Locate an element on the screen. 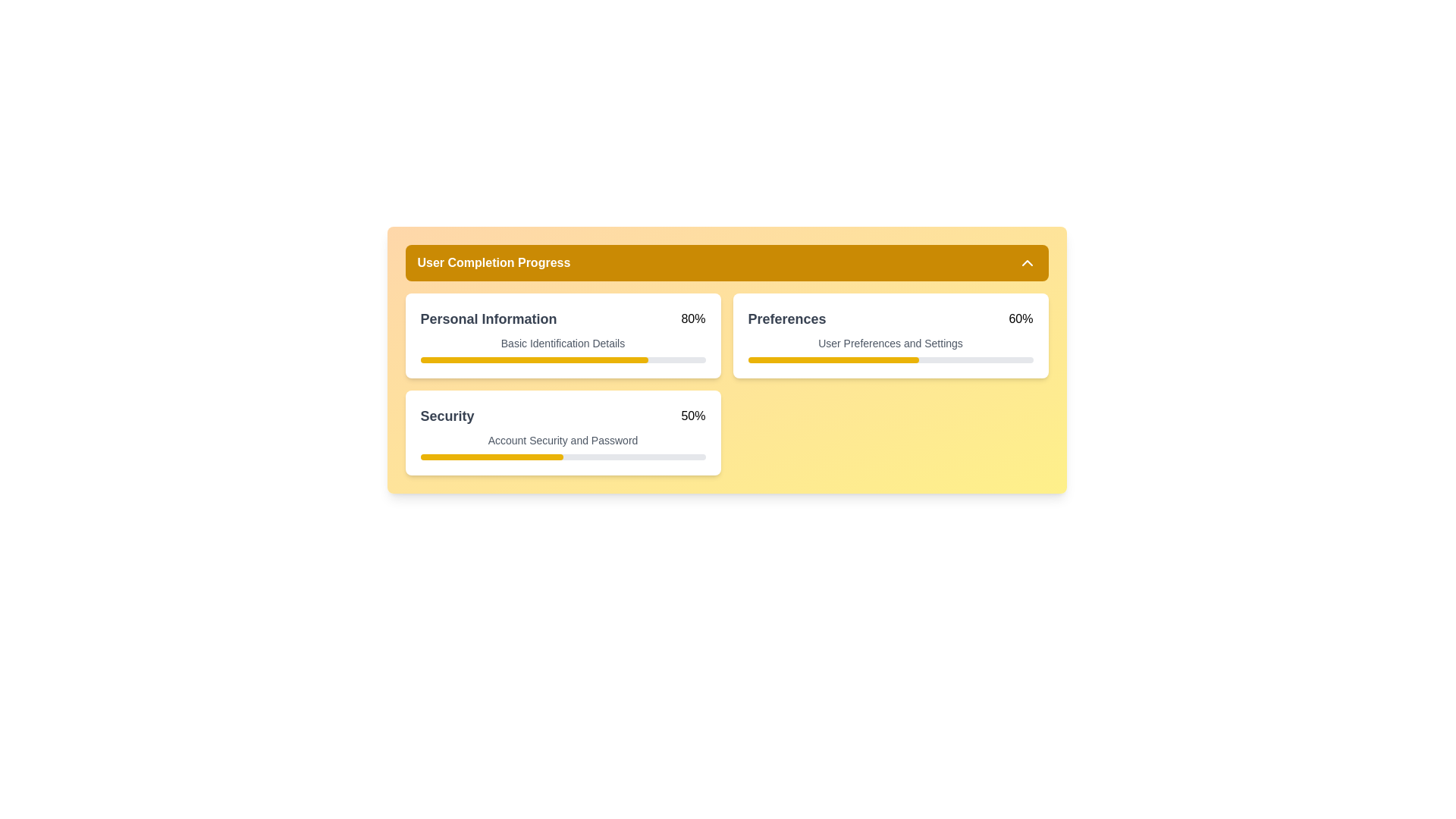 Image resolution: width=1456 pixels, height=819 pixels. descriptive text label located in the 'Personal Information' section, positioned centrally below the heading 'Personal Information' is located at coordinates (562, 343).